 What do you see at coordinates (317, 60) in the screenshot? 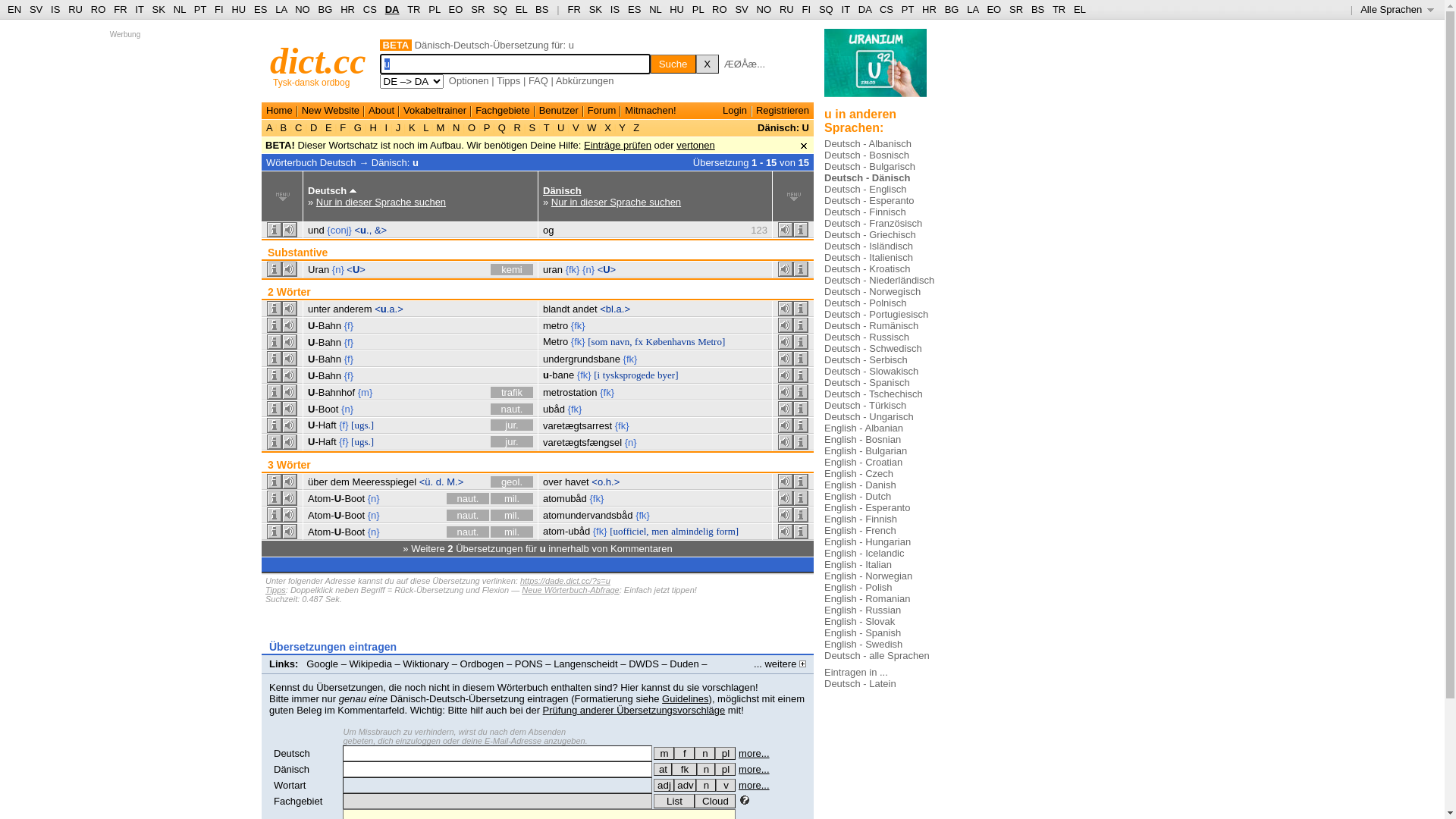
I see `'dict.cc'` at bounding box center [317, 60].